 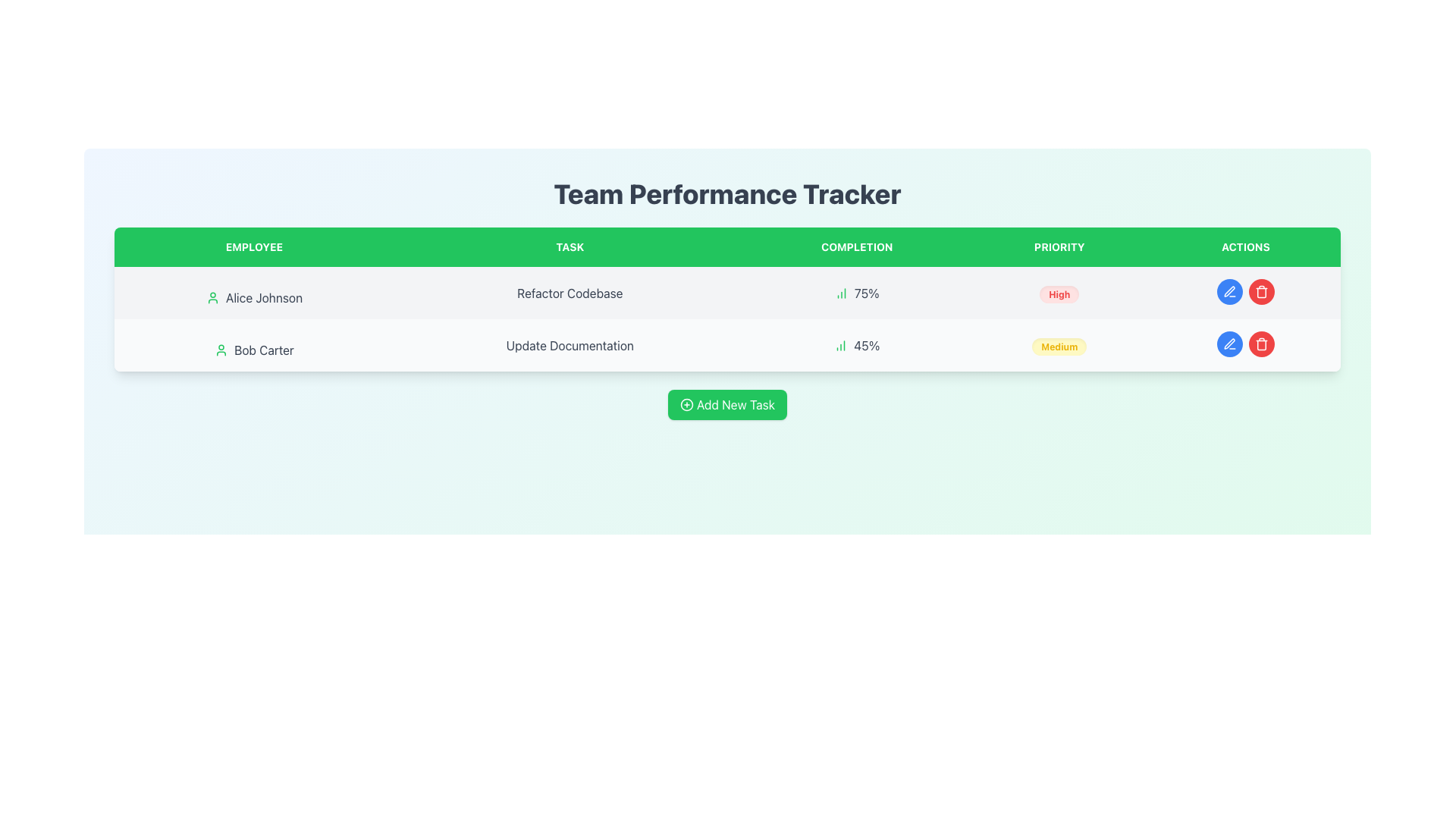 I want to click on the action group buttons in the table row associated with 'Alice Johnson' by tabbing through the elements, so click(x=1245, y=292).